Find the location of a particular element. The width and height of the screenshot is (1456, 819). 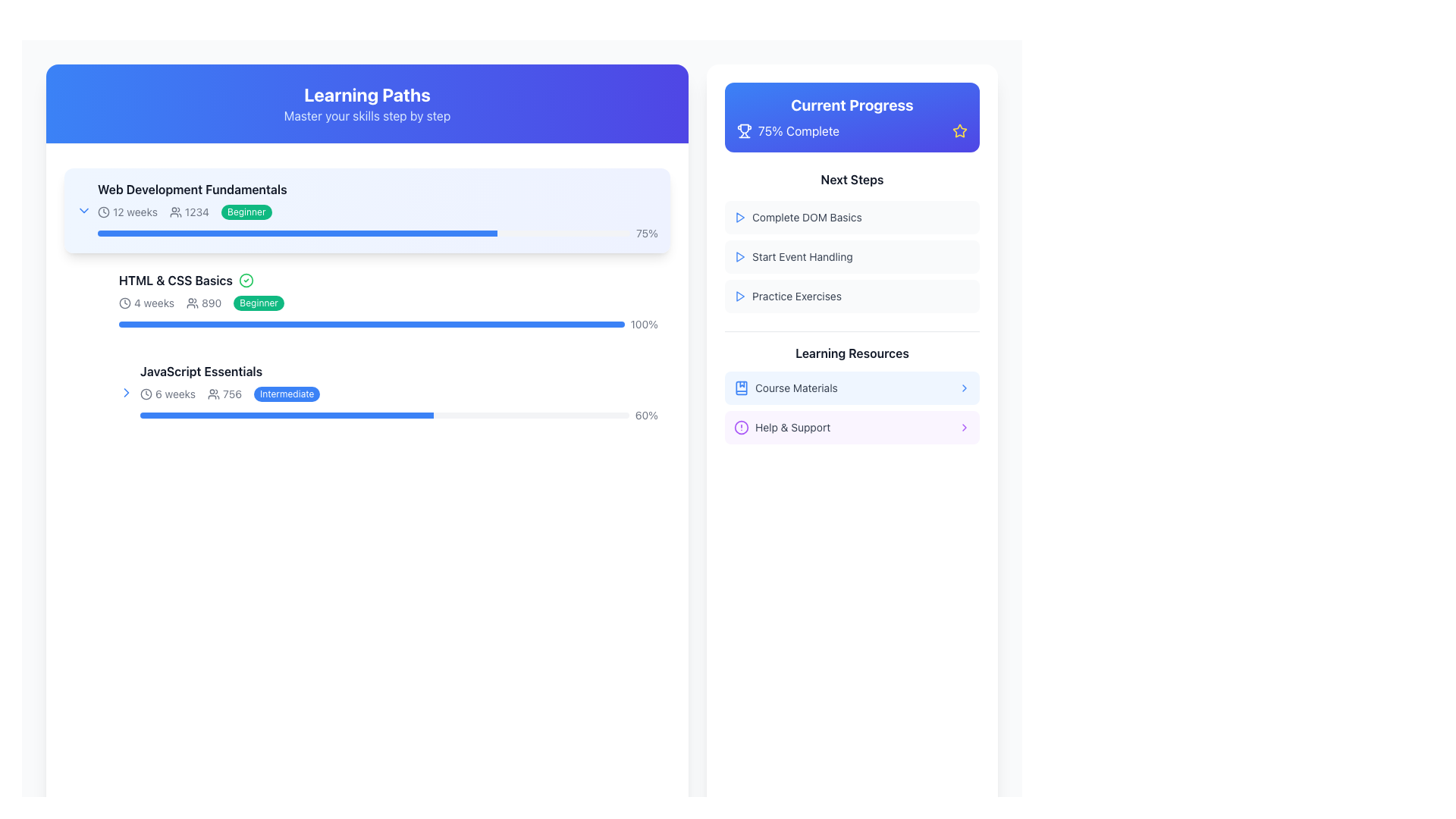

percentage and completion status displayed in the '75% Complete' text label located in the 'Current Progress' section on the upper-right card of the layout is located at coordinates (798, 130).